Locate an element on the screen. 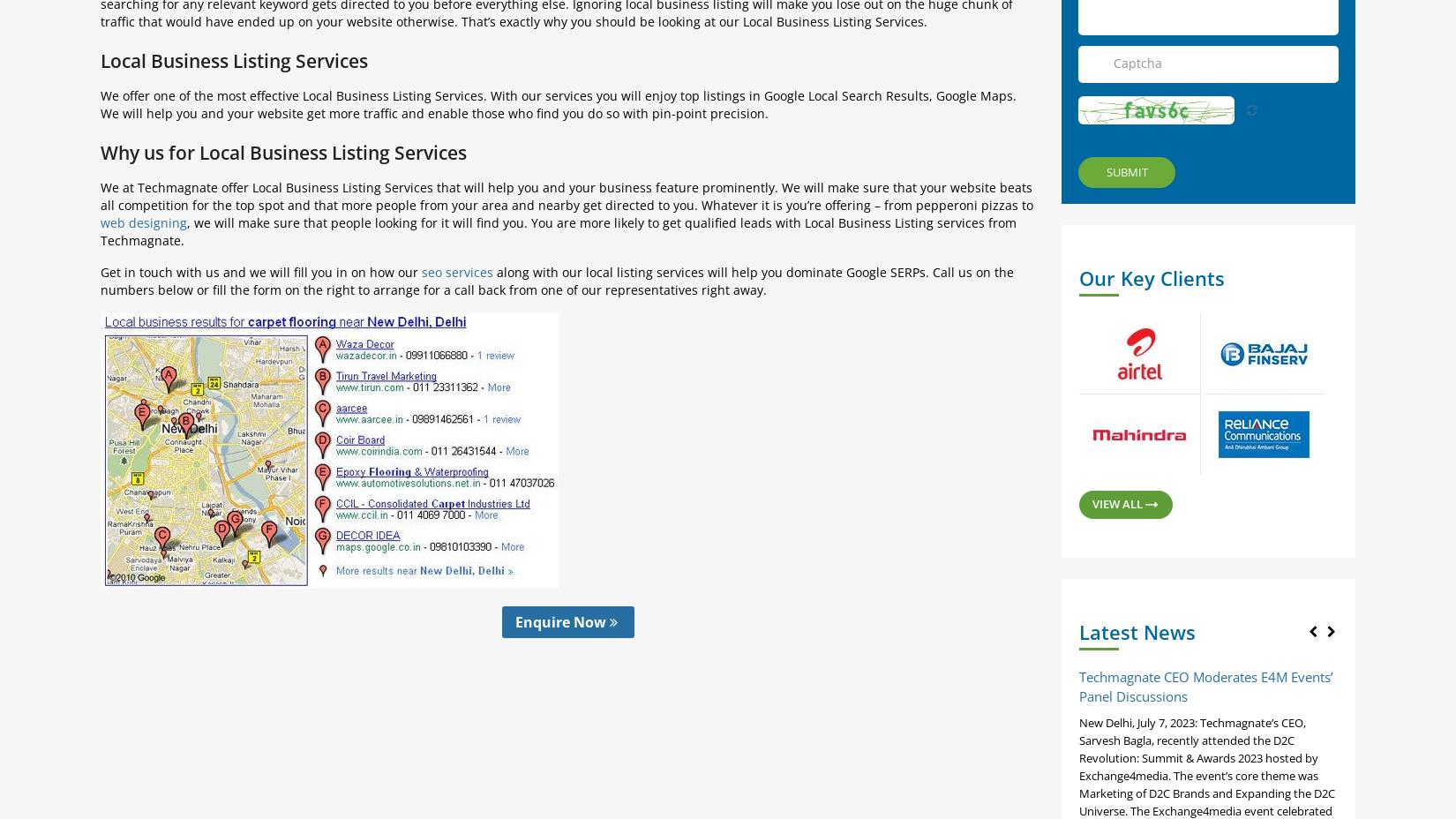  'seo services' is located at coordinates (456, 271).